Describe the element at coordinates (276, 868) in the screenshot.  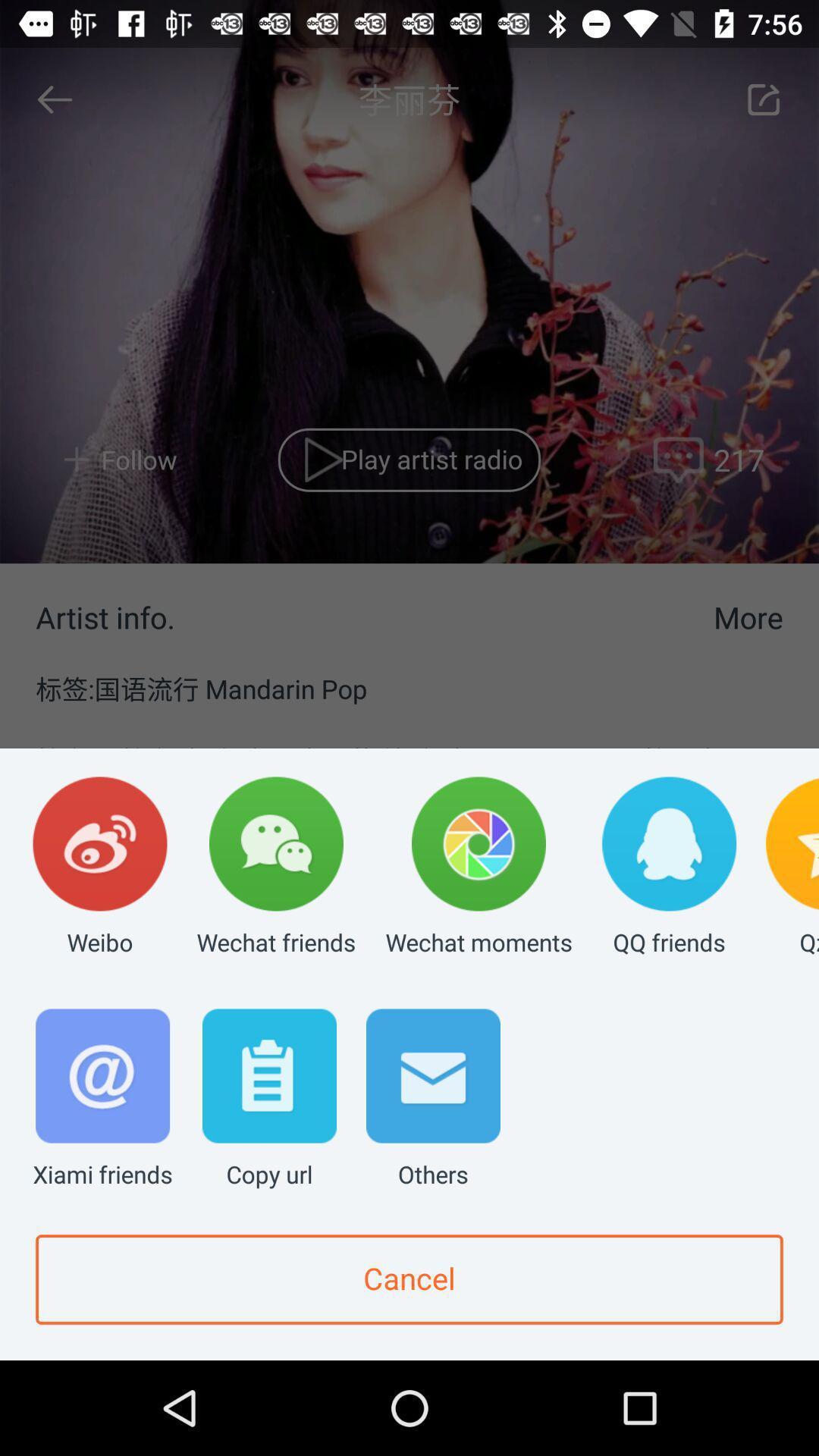
I see `the wechat friends item` at that location.